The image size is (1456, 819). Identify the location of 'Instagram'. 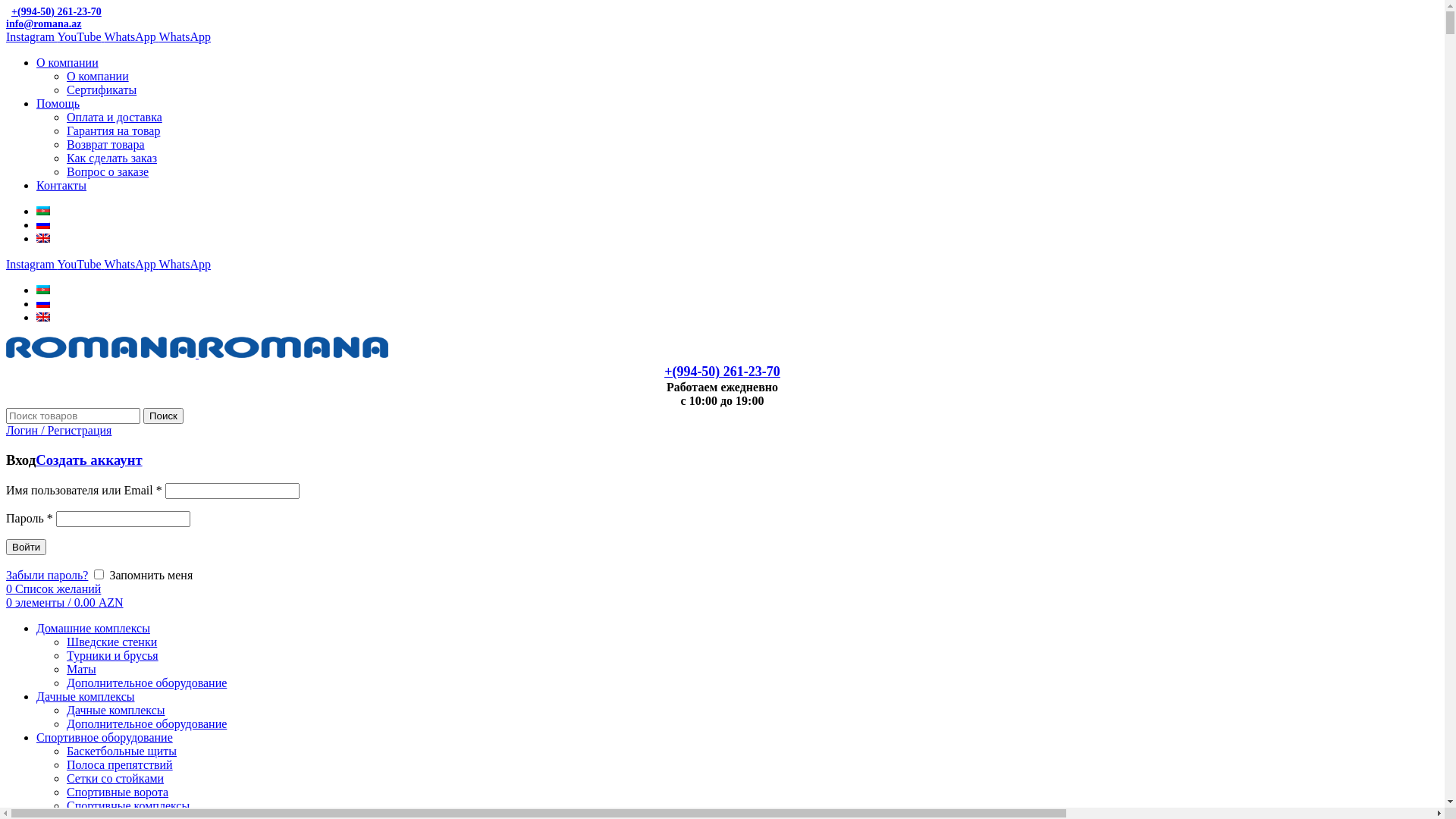
(31, 36).